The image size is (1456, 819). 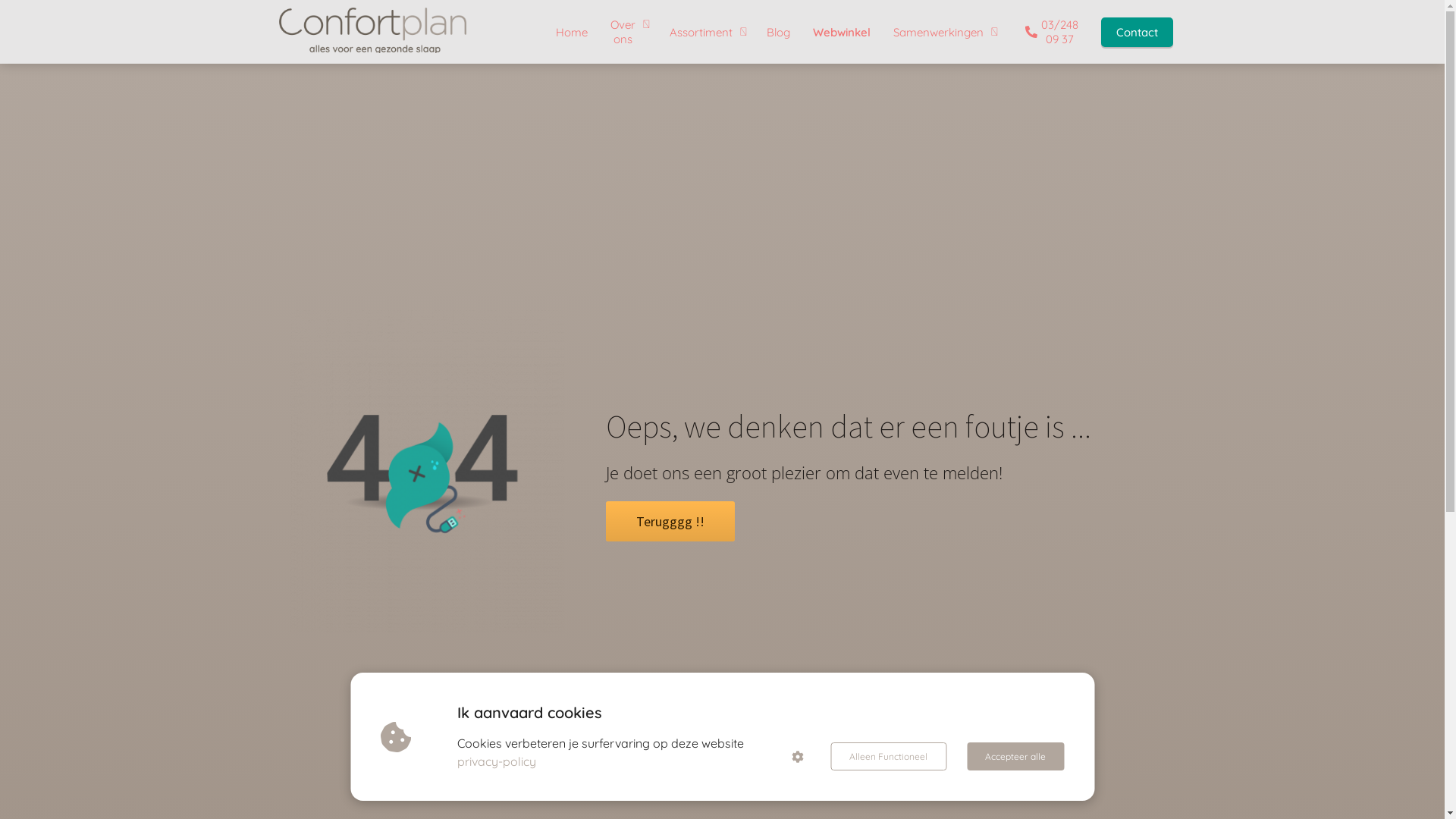 What do you see at coordinates (839, 32) in the screenshot?
I see `'Webwinkel'` at bounding box center [839, 32].